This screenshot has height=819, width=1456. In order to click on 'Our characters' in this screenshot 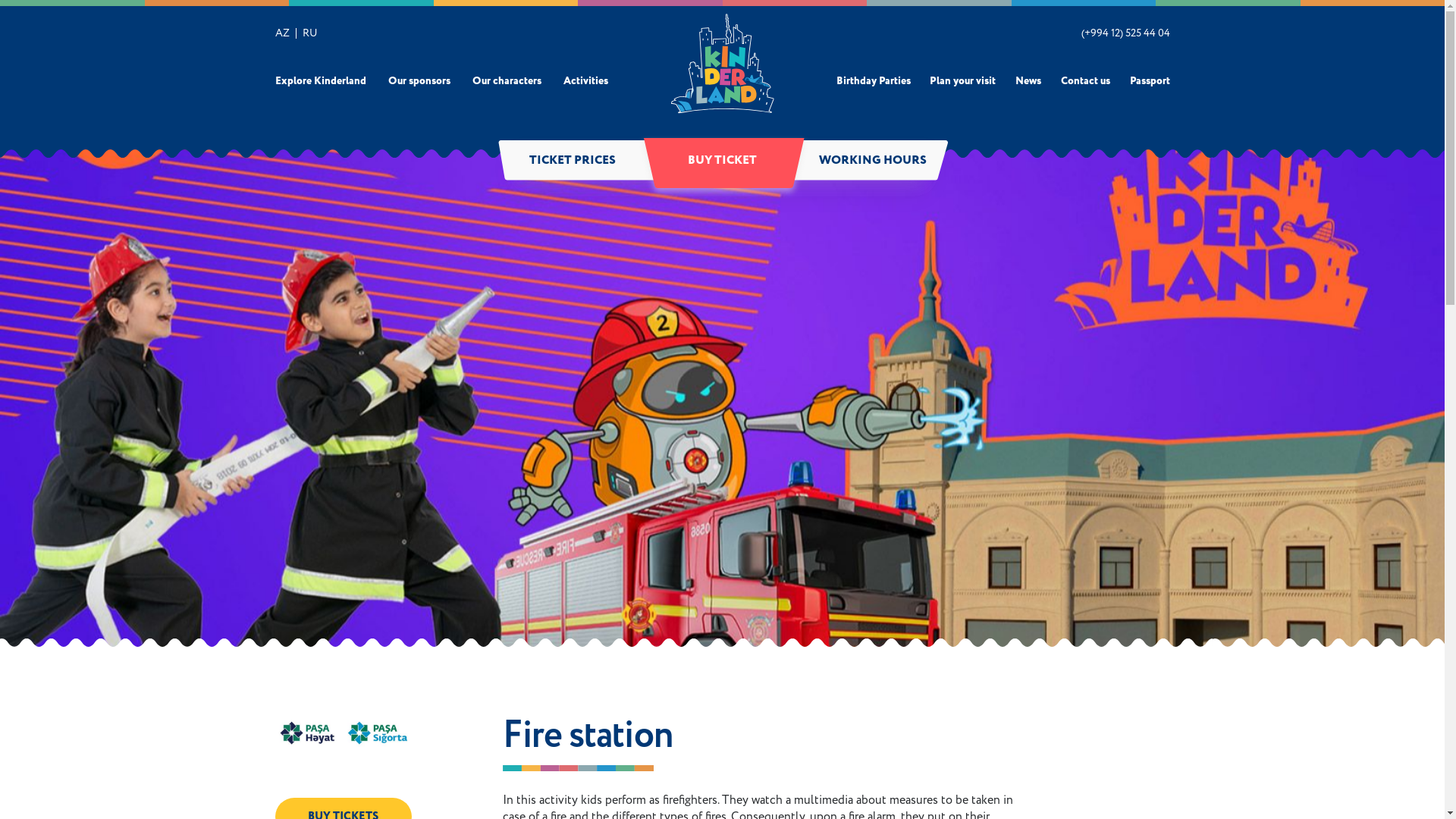, I will do `click(507, 81)`.